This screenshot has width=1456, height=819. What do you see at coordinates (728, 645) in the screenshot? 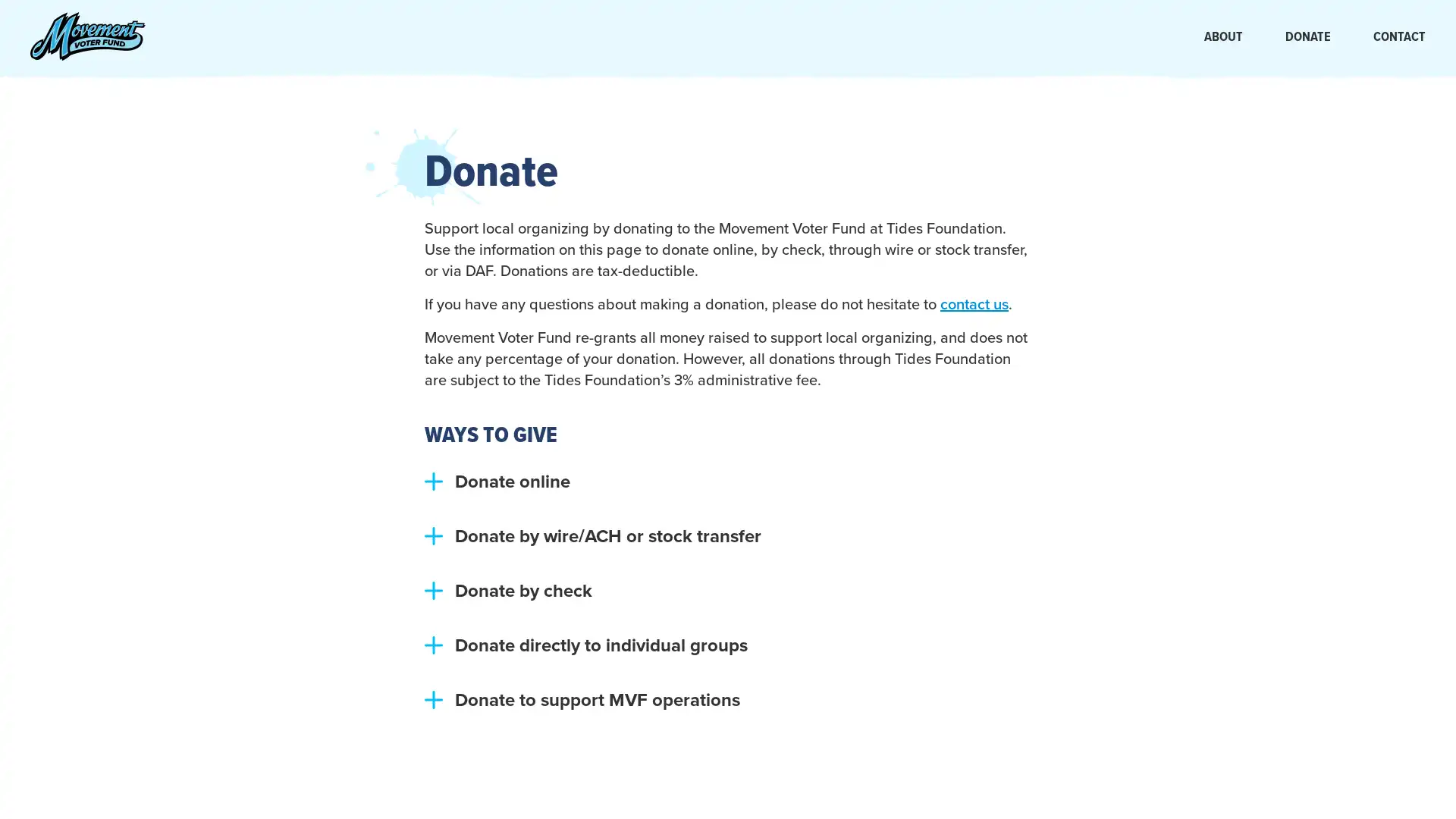
I see `plus Donate directly to individual groups` at bounding box center [728, 645].